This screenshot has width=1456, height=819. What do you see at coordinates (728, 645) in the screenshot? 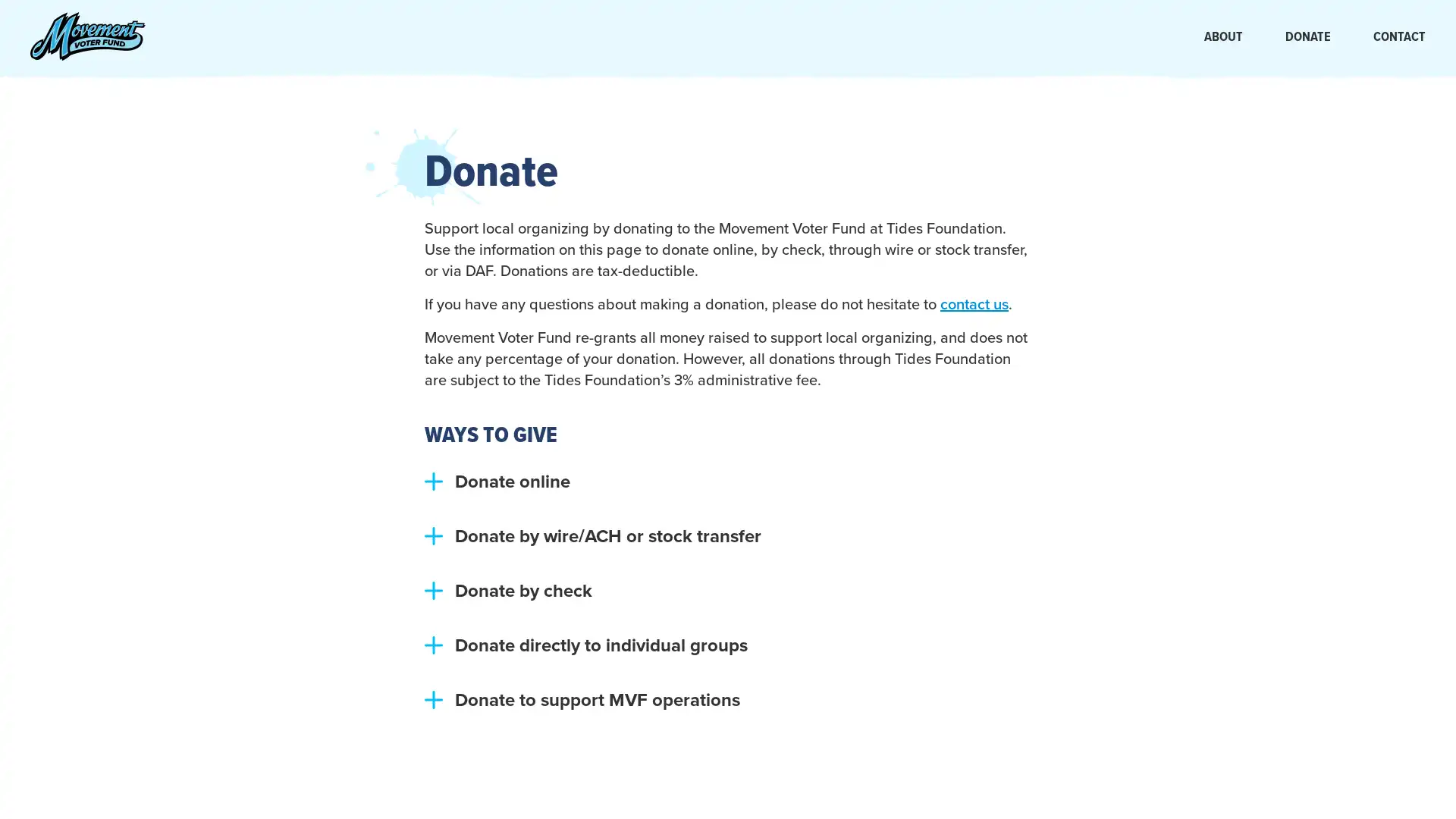
I see `plus Donate directly to individual groups` at bounding box center [728, 645].